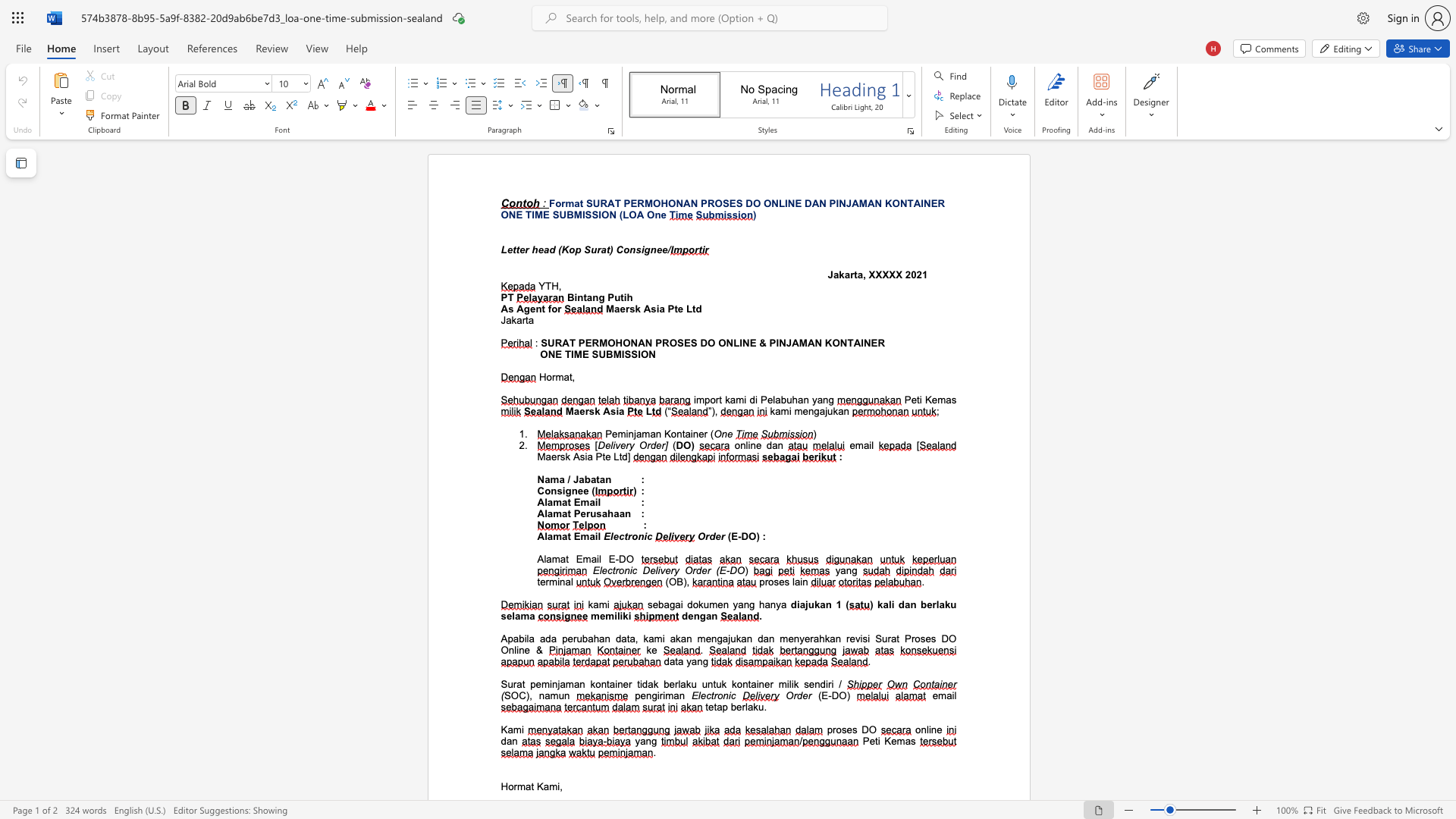 The image size is (1456, 819). What do you see at coordinates (813, 411) in the screenshot?
I see `the space between the continuous character "n" and "g" in the text` at bounding box center [813, 411].